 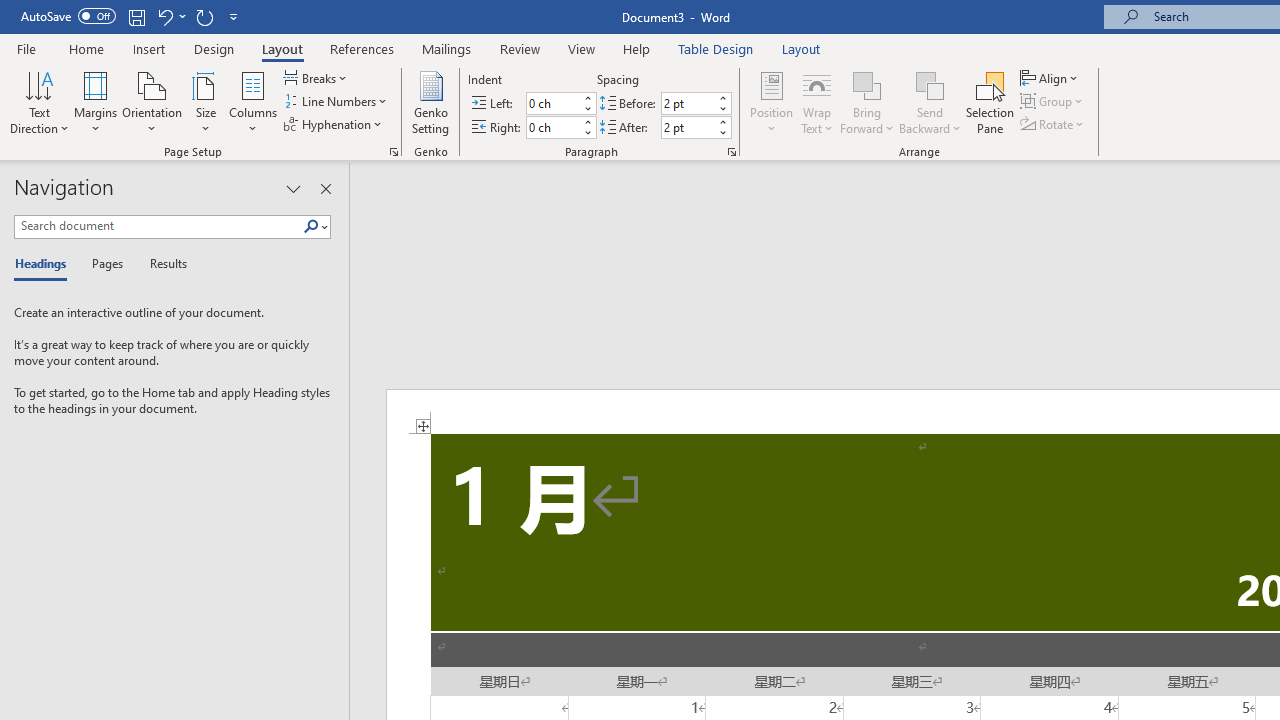 I want to click on 'Margins', so click(x=95, y=103).